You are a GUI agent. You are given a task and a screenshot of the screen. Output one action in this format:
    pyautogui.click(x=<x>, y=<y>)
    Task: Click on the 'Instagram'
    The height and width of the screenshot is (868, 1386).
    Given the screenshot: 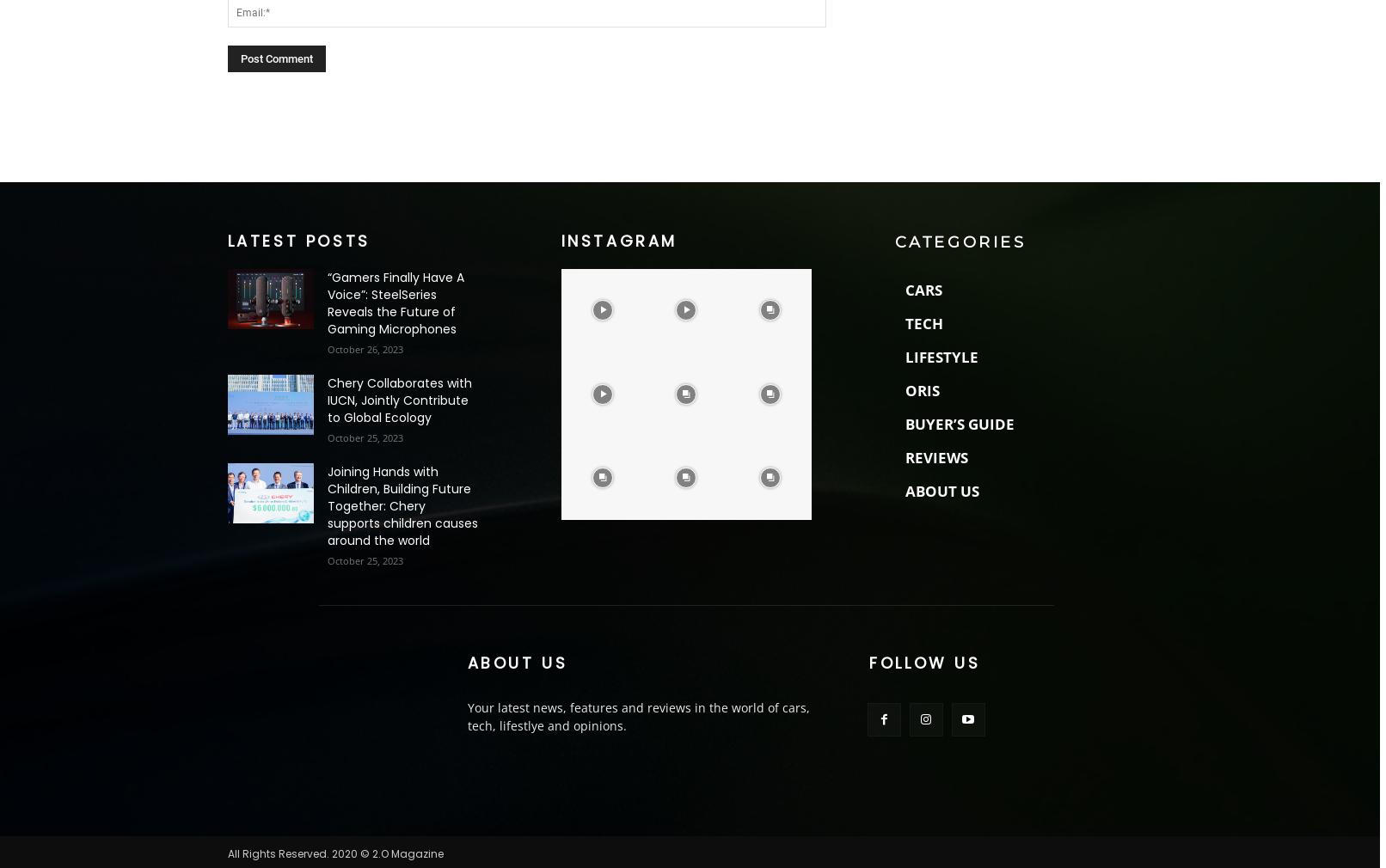 What is the action you would take?
    pyautogui.click(x=618, y=240)
    